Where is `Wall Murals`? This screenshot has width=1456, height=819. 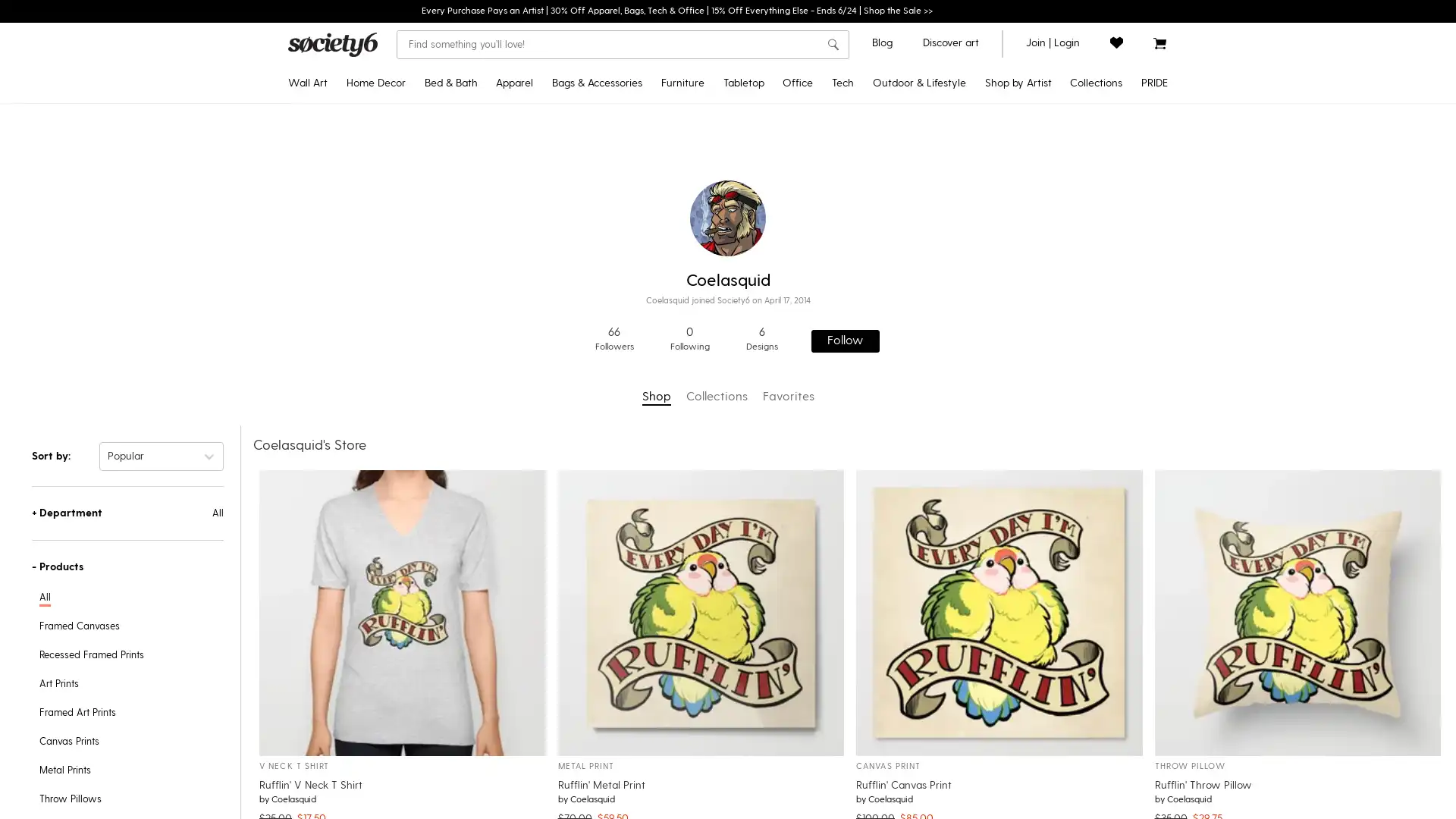
Wall Murals is located at coordinates (404, 390).